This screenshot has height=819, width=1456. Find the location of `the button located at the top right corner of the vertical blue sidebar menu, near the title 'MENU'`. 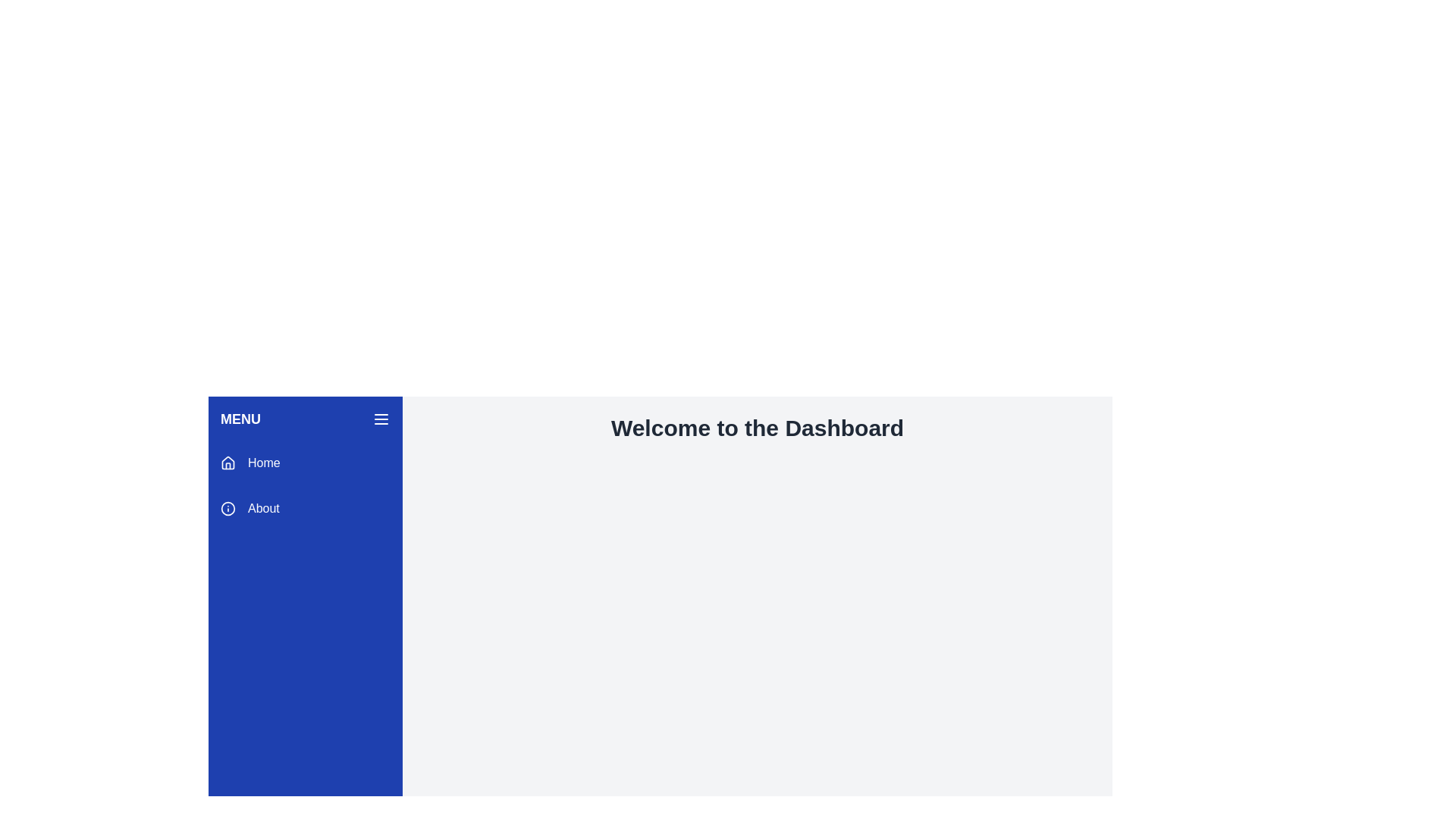

the button located at the top right corner of the vertical blue sidebar menu, near the title 'MENU' is located at coordinates (381, 419).